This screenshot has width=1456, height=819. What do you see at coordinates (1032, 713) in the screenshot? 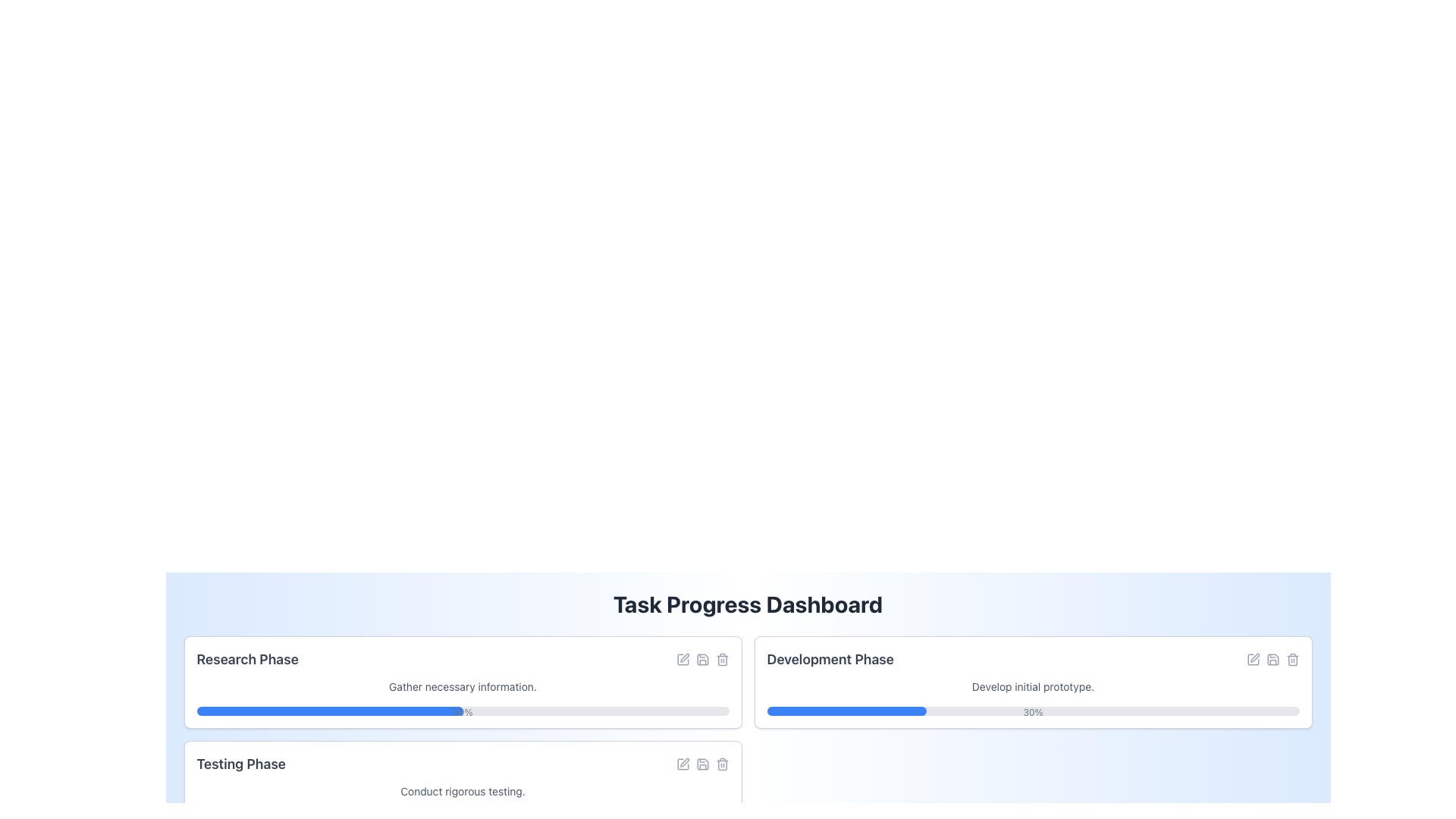
I see `text label displaying '30%' which is centered above the progress bar for the 'Development Phase' task` at bounding box center [1032, 713].